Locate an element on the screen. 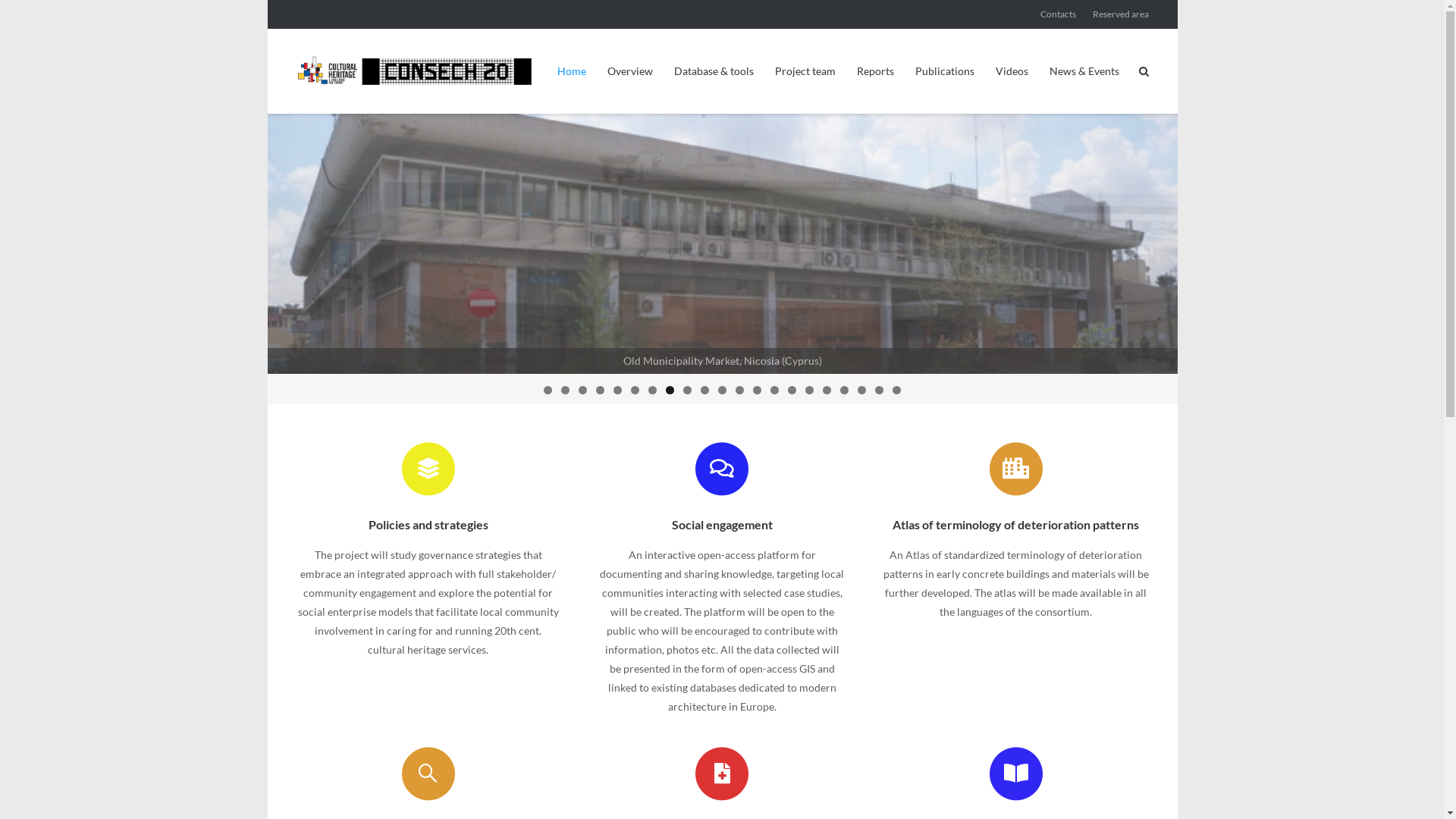 The width and height of the screenshot is (1456, 819). 'Videos' is located at coordinates (1012, 71).